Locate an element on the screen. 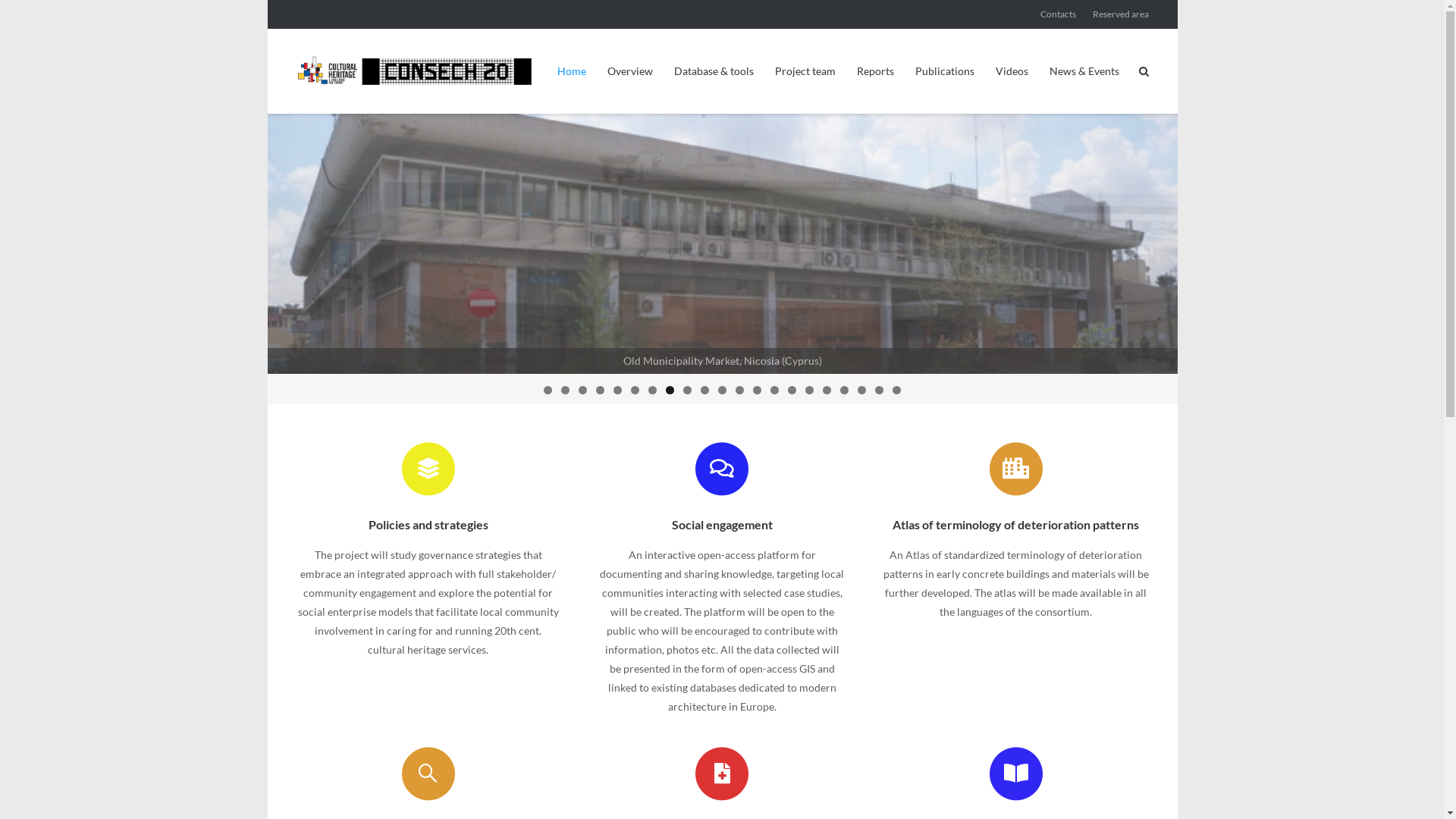 The width and height of the screenshot is (1456, 819). 'Videos' is located at coordinates (1012, 71).